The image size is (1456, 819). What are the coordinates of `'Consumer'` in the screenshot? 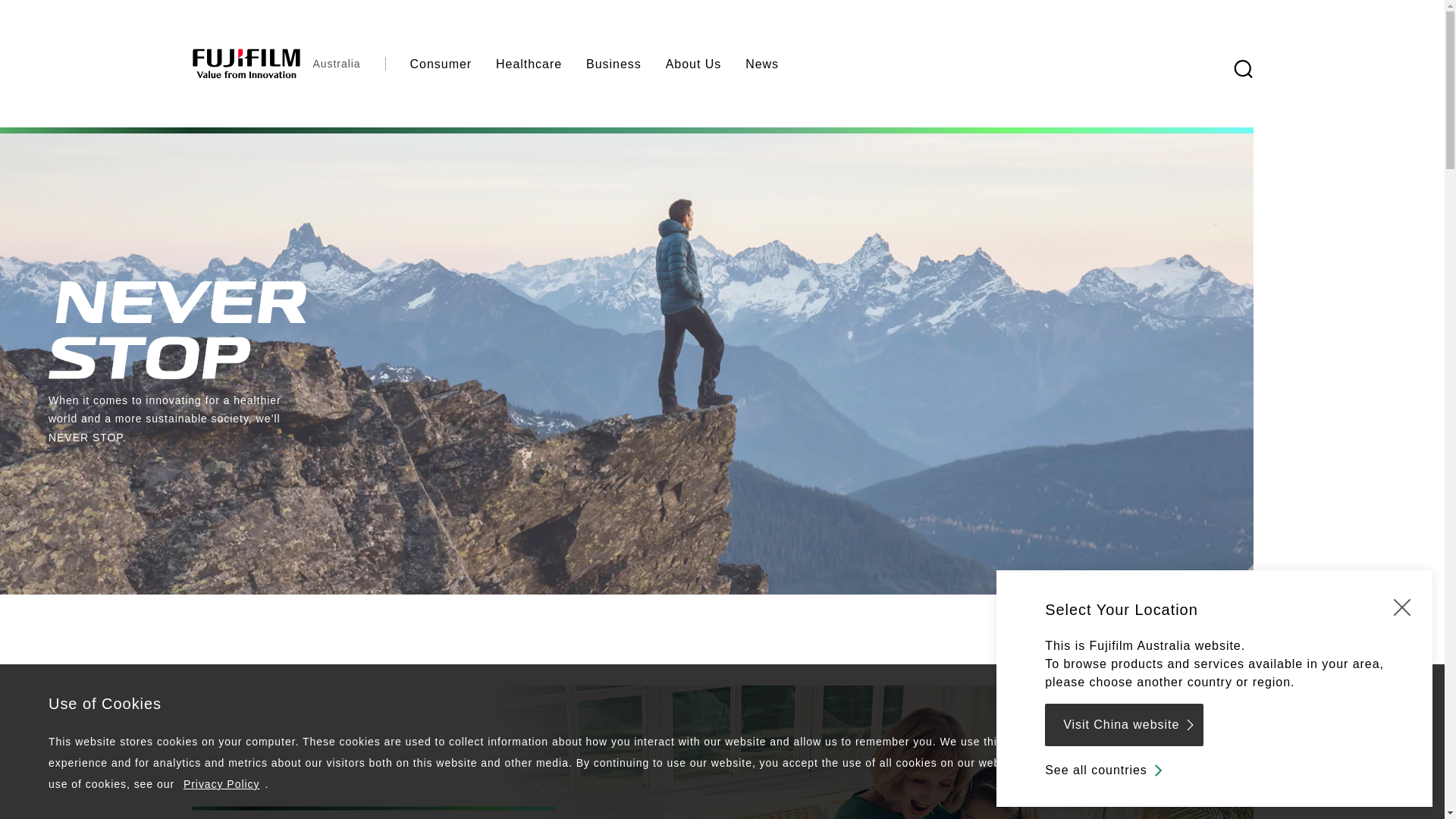 It's located at (397, 63).